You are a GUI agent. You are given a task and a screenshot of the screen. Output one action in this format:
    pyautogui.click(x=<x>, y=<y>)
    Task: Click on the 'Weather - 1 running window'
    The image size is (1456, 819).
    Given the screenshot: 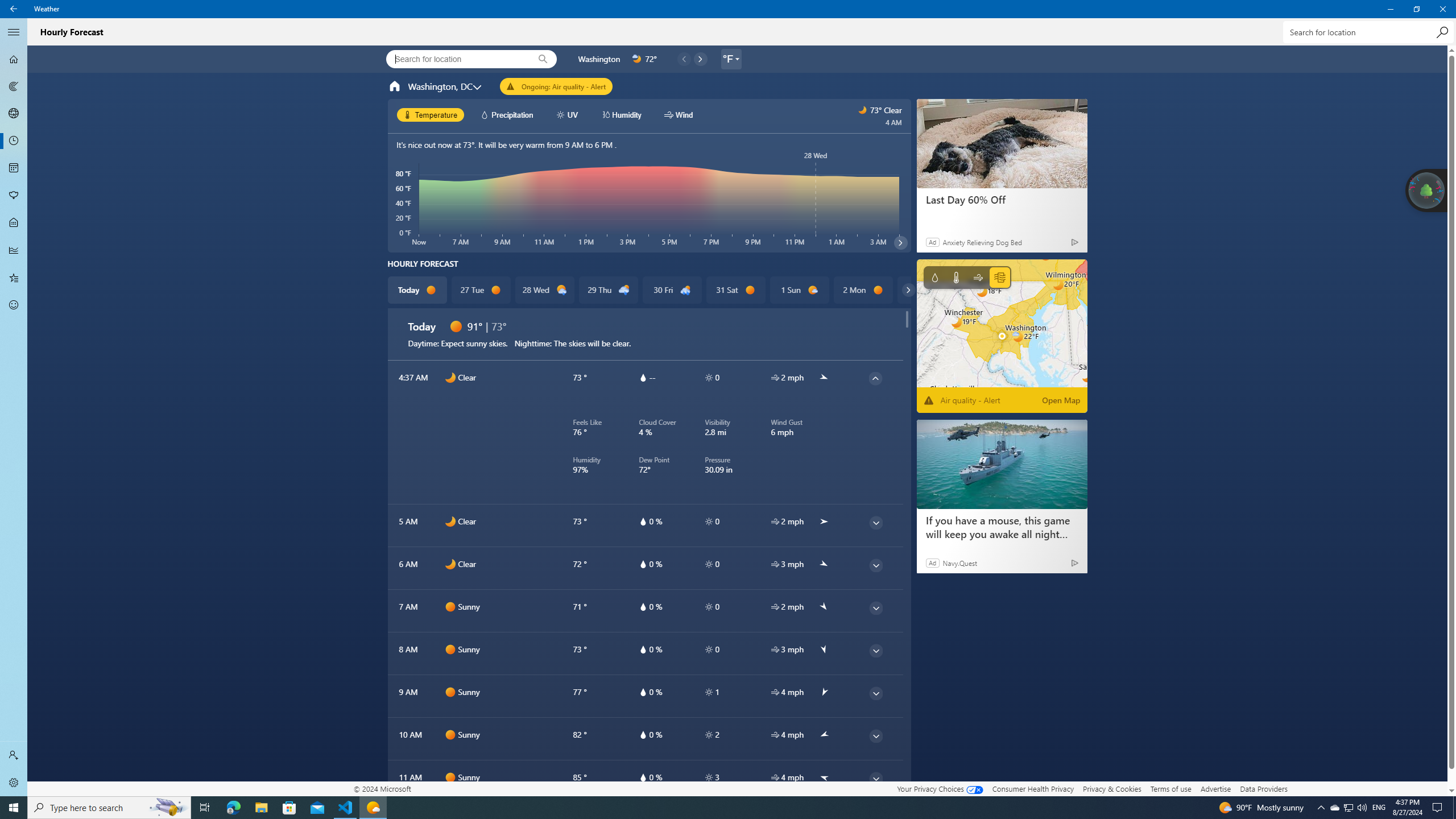 What is the action you would take?
    pyautogui.click(x=373, y=806)
    